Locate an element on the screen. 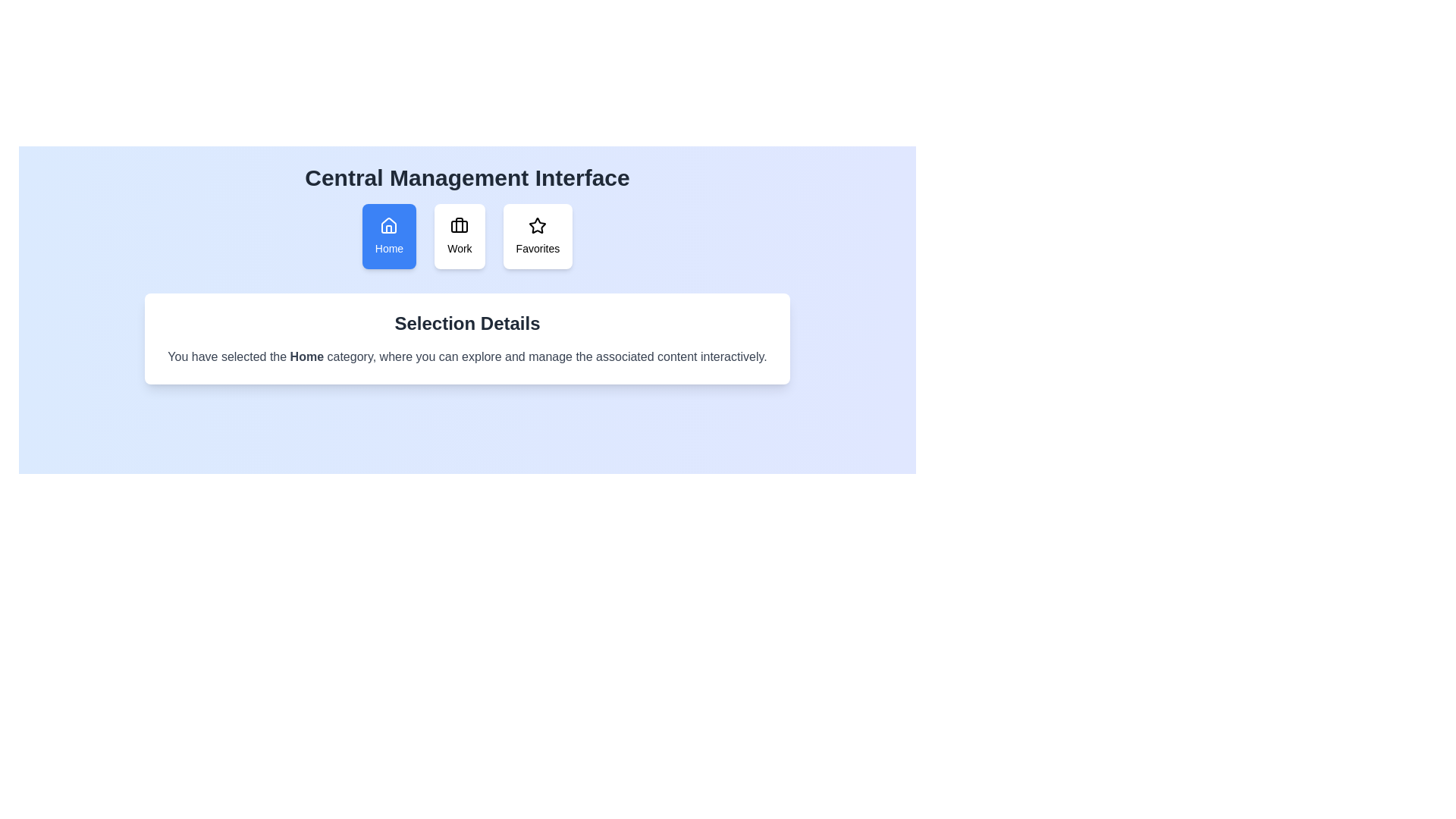 Image resolution: width=1456 pixels, height=819 pixels. heading 'Central Management Interface' which is a large, bold-text element positioned at the top of the interface, preceding action buttons is located at coordinates (466, 177).